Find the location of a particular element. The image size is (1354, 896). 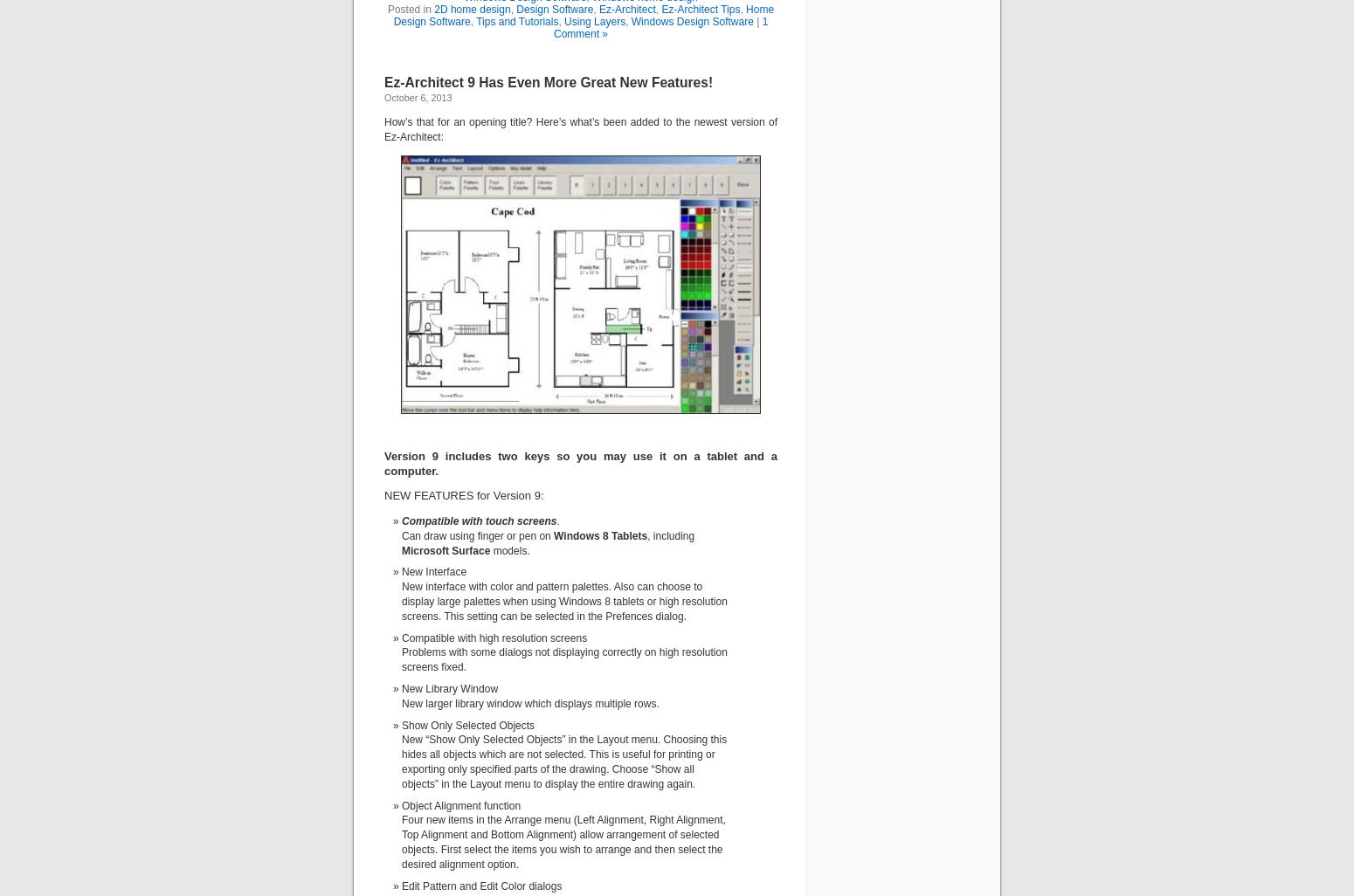

'New larger library window which displays multiple rows.' is located at coordinates (529, 701).